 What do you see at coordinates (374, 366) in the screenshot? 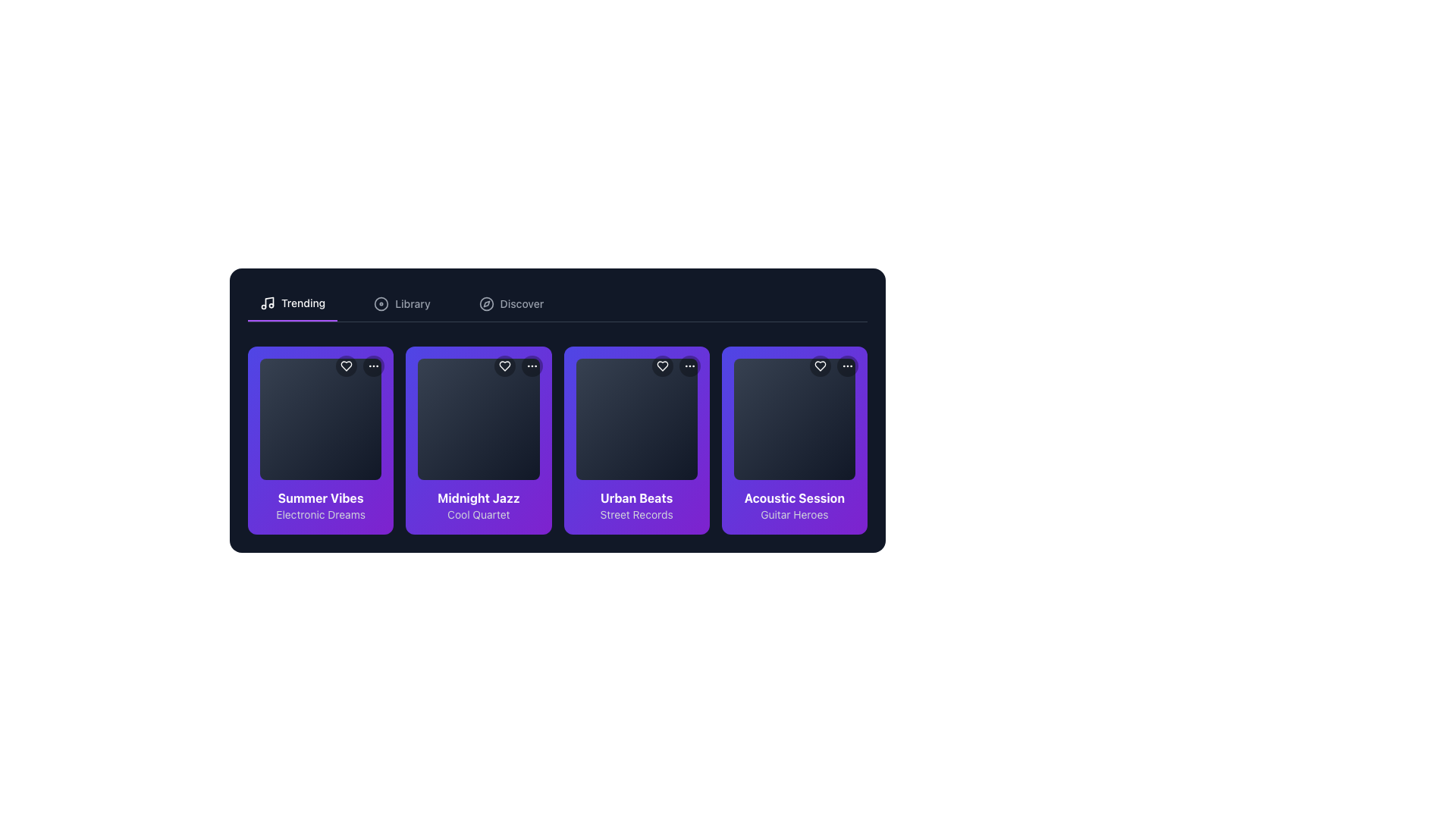
I see `the 'more options' button located at the top-right area of the first card in the 'Trending' section` at bounding box center [374, 366].